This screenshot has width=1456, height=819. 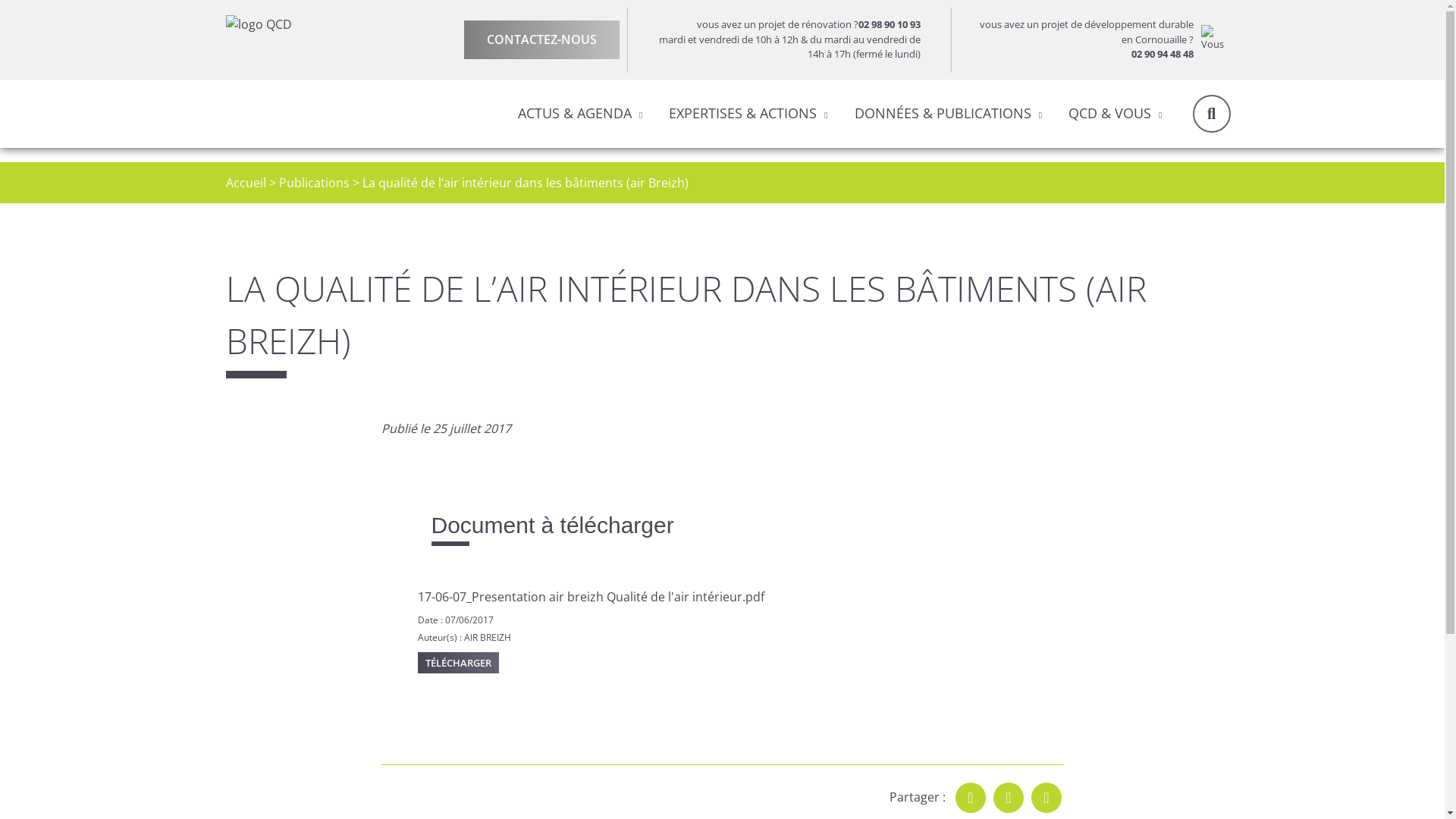 I want to click on 'Linkedin', so click(x=1046, y=797).